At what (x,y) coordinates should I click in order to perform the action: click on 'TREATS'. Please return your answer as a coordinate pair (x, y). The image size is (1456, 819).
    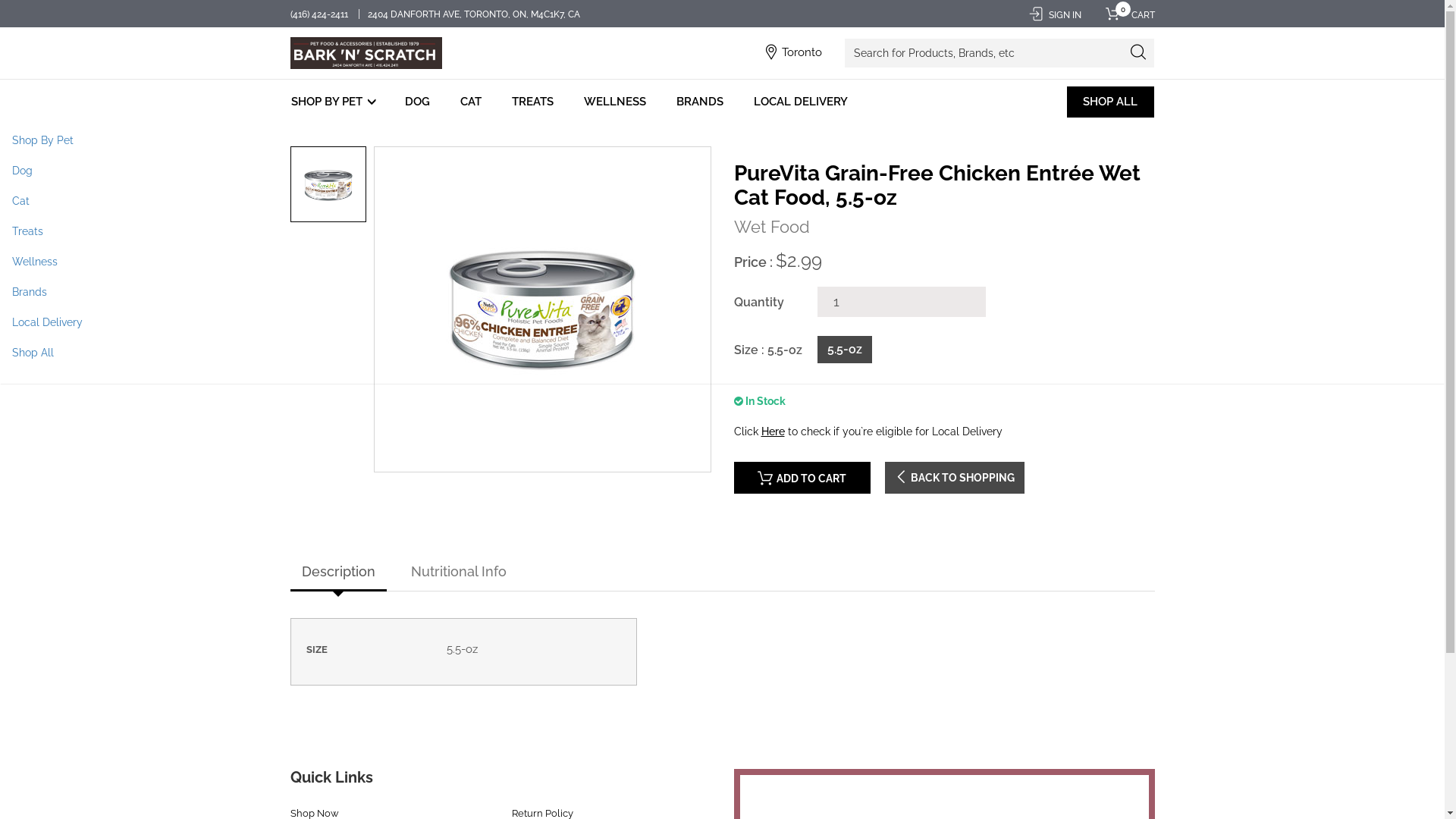
    Looking at the image, I should click on (532, 102).